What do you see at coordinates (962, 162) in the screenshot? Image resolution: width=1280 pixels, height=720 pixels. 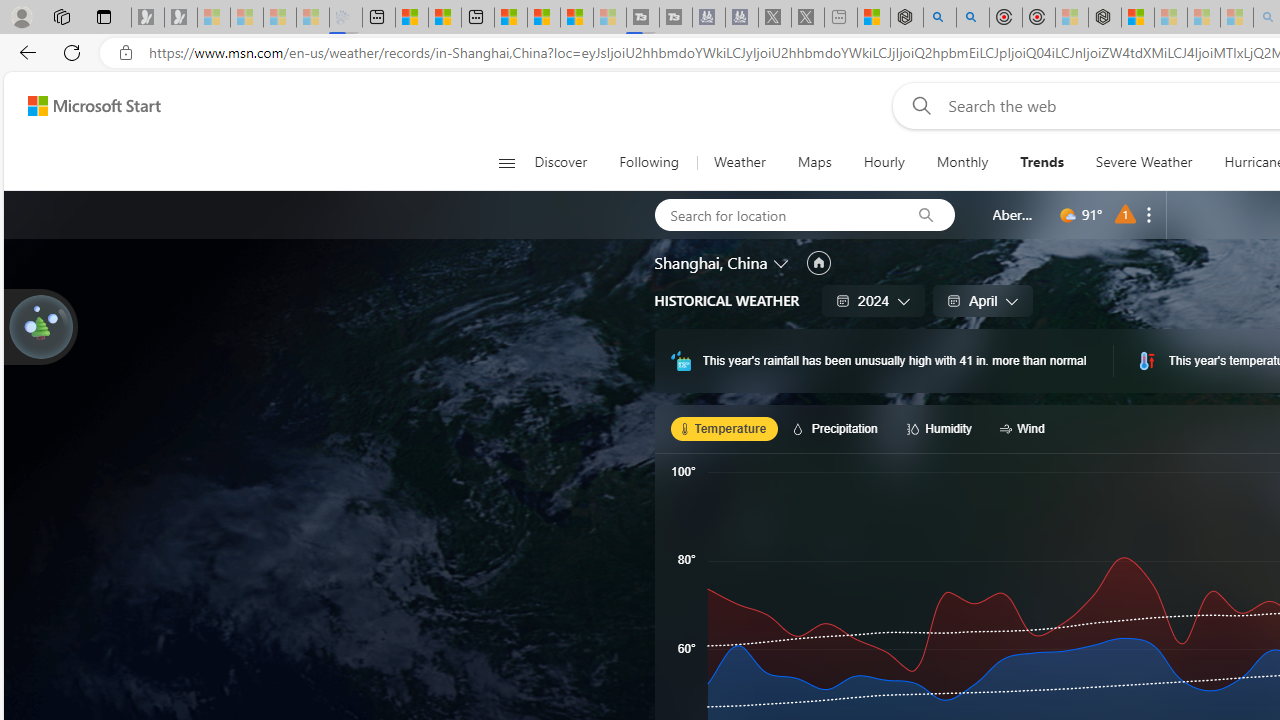 I see `'Monthly'` at bounding box center [962, 162].